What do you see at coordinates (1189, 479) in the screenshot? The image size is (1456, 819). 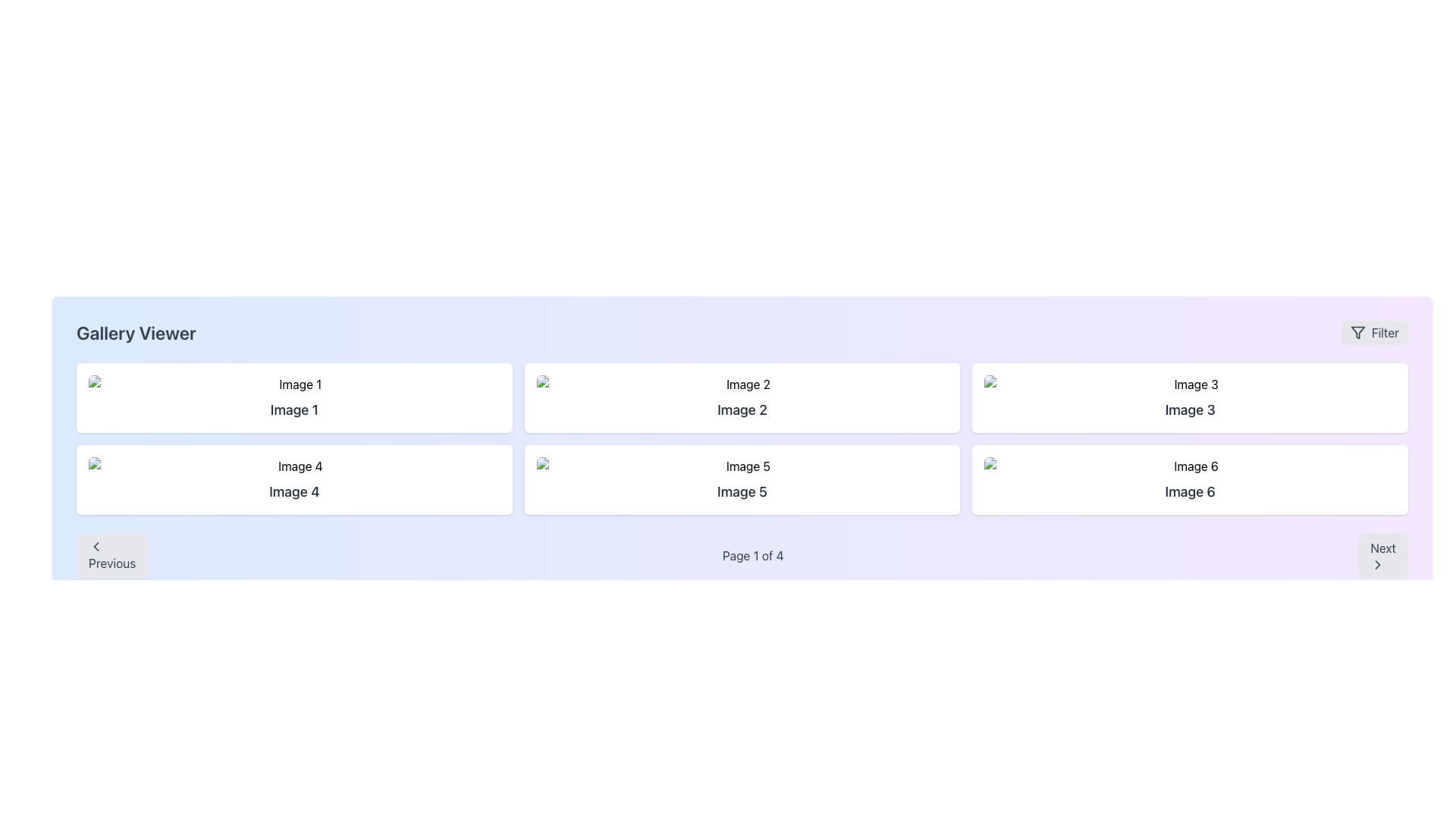 I see `the card component with a white background and rounded corners, featuring an image placeholder labeled 'Image 6' below it, located in the bottom-right corner of the grid` at bounding box center [1189, 479].